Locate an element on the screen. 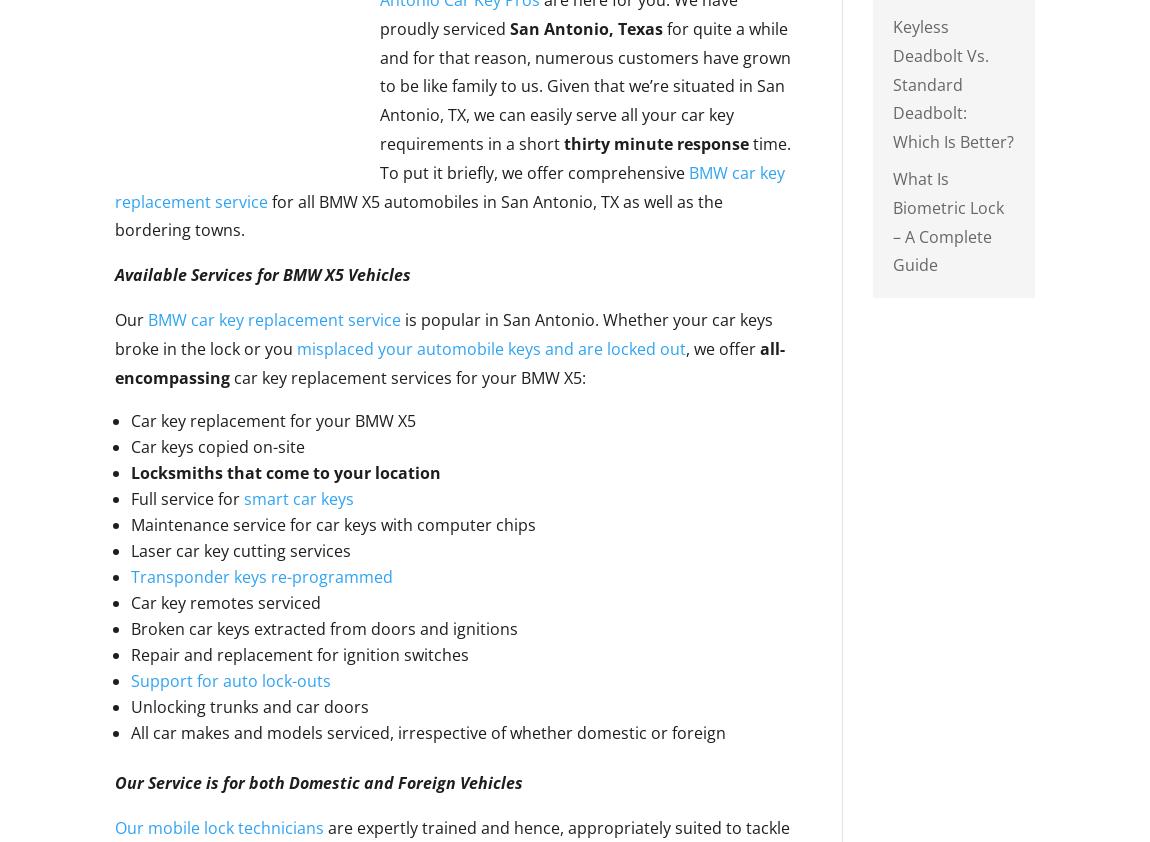 The width and height of the screenshot is (1150, 842). 'Car keys copied on-site' is located at coordinates (217, 446).